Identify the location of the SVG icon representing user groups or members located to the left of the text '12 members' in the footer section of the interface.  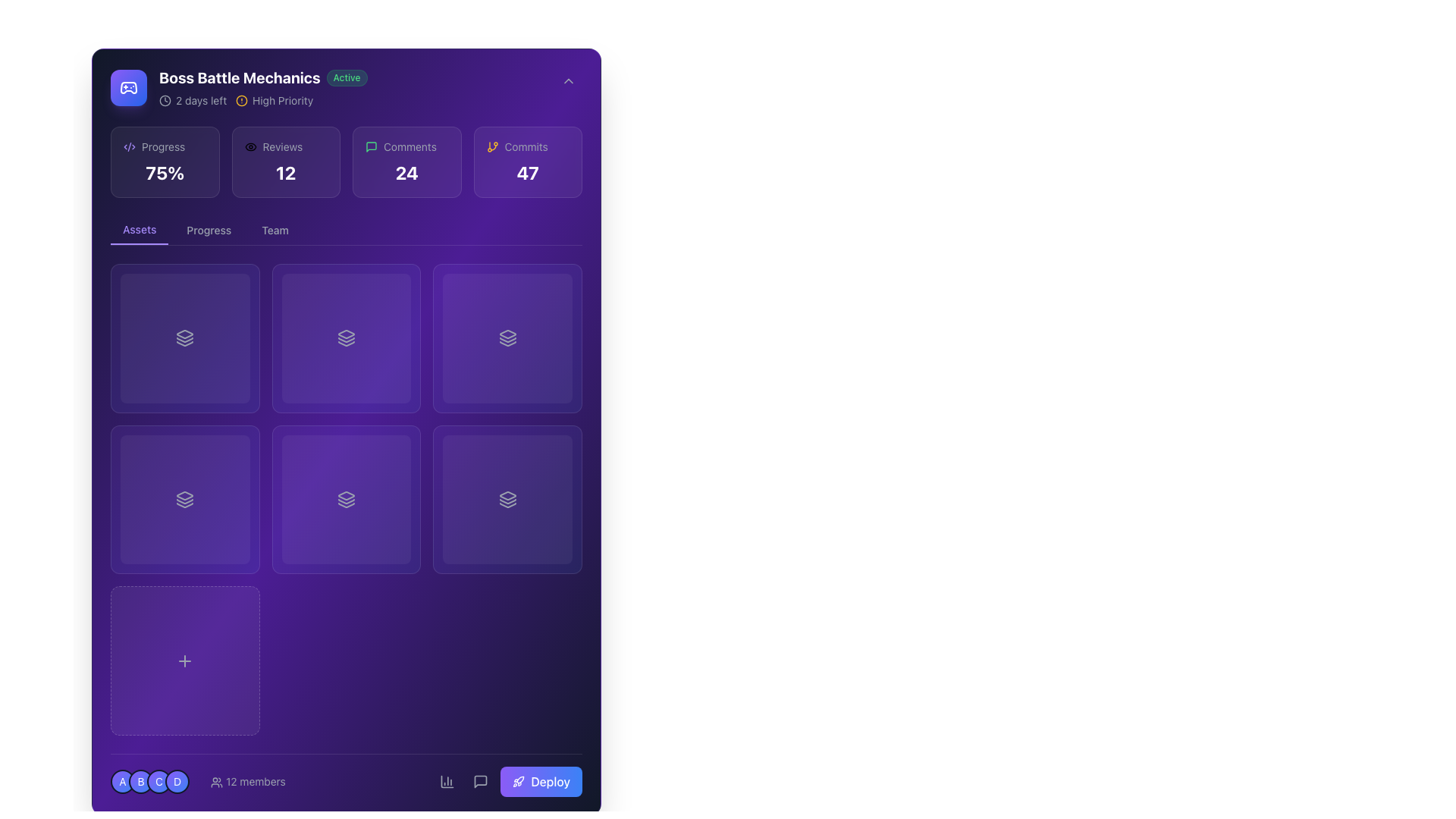
(216, 783).